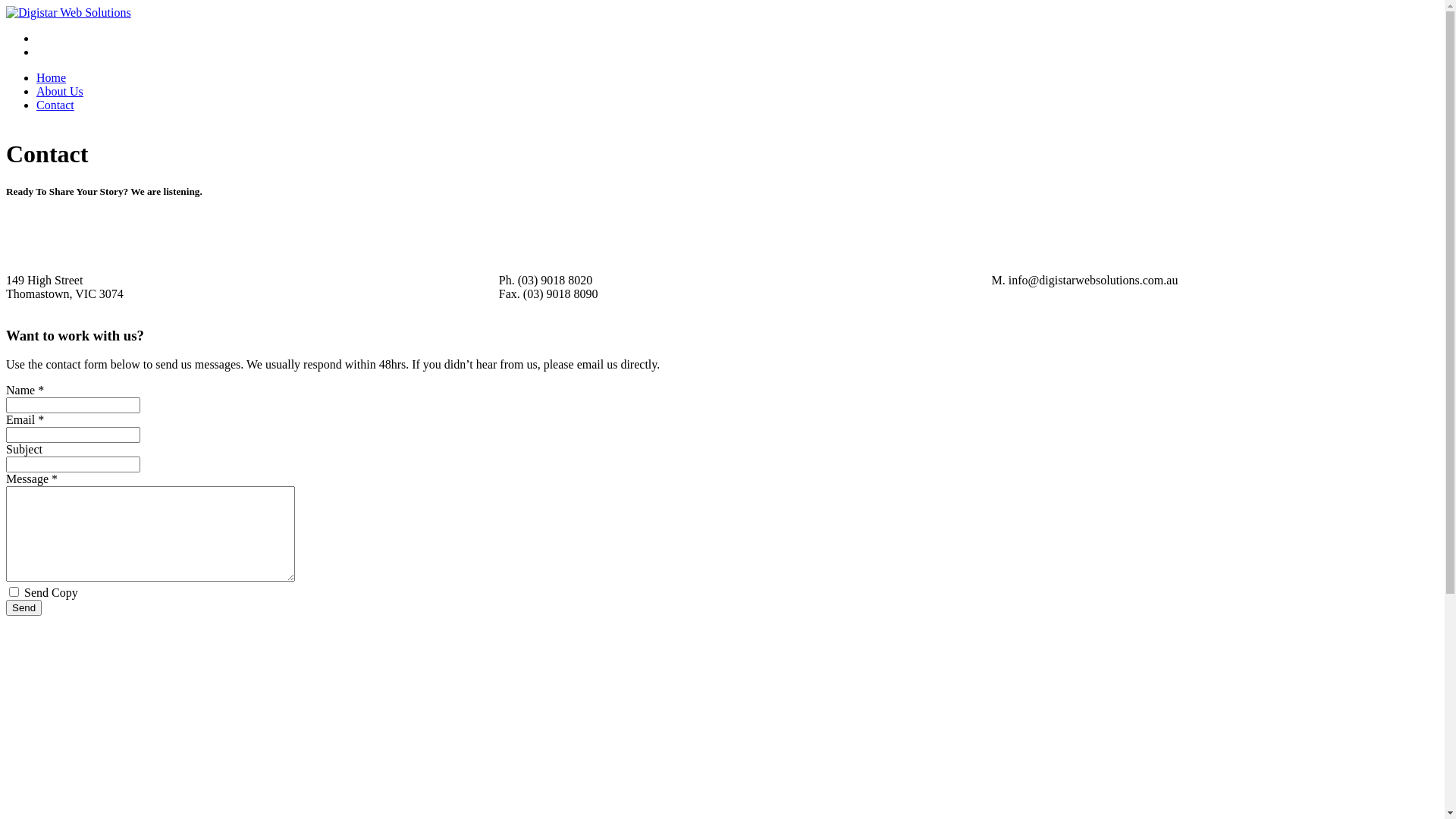 This screenshot has height=819, width=1456. Describe the element at coordinates (51, 77) in the screenshot. I see `'Home'` at that location.